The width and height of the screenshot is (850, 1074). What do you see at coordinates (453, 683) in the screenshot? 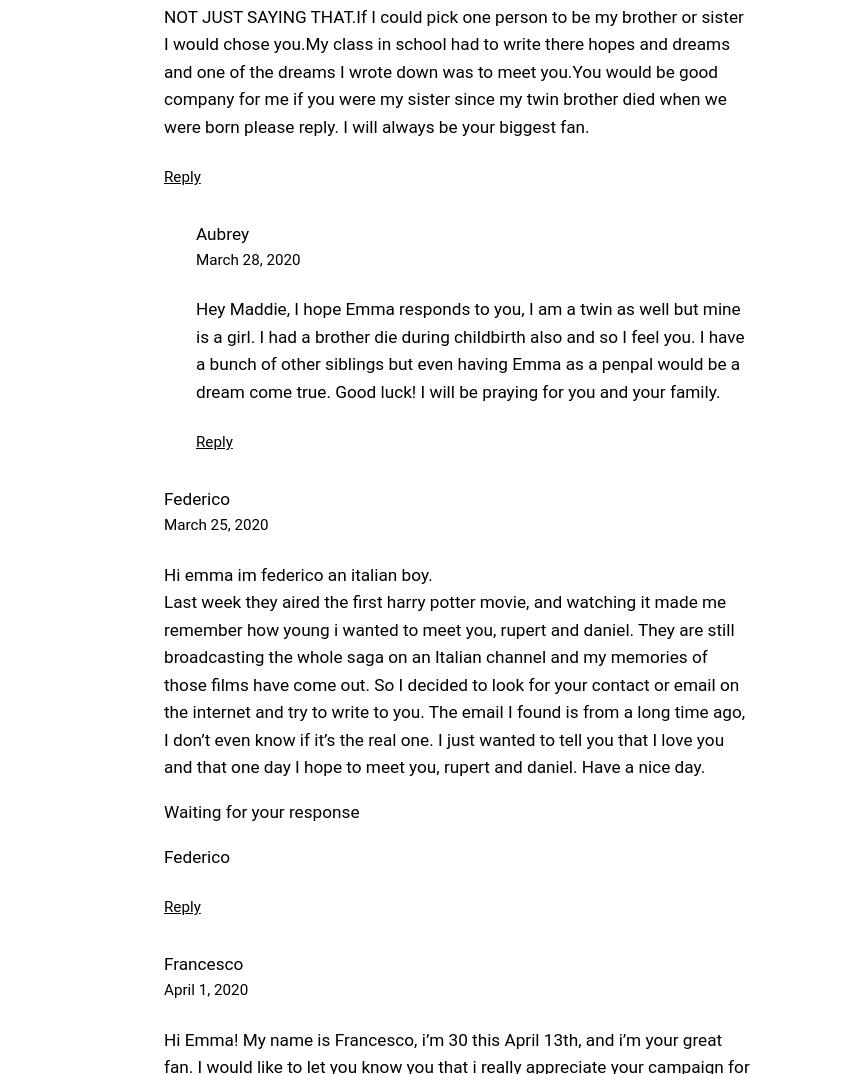
I see `'Last week they aired the first harry potter movie, and watching it made me remember how young i wanted to meet you, rupert and daniel. They are still broadcasting the whole saga on an Italian channel and my memories of those films have come out. So I decided to look for your contact or email on the internet and try to write to you. The email I found is from a long time ago, I don’t even know if it’s the real one. I just wanted to tell you that I love you and that one day I hope to meet you, rupert and daniel. Have a nice day.'` at bounding box center [453, 683].